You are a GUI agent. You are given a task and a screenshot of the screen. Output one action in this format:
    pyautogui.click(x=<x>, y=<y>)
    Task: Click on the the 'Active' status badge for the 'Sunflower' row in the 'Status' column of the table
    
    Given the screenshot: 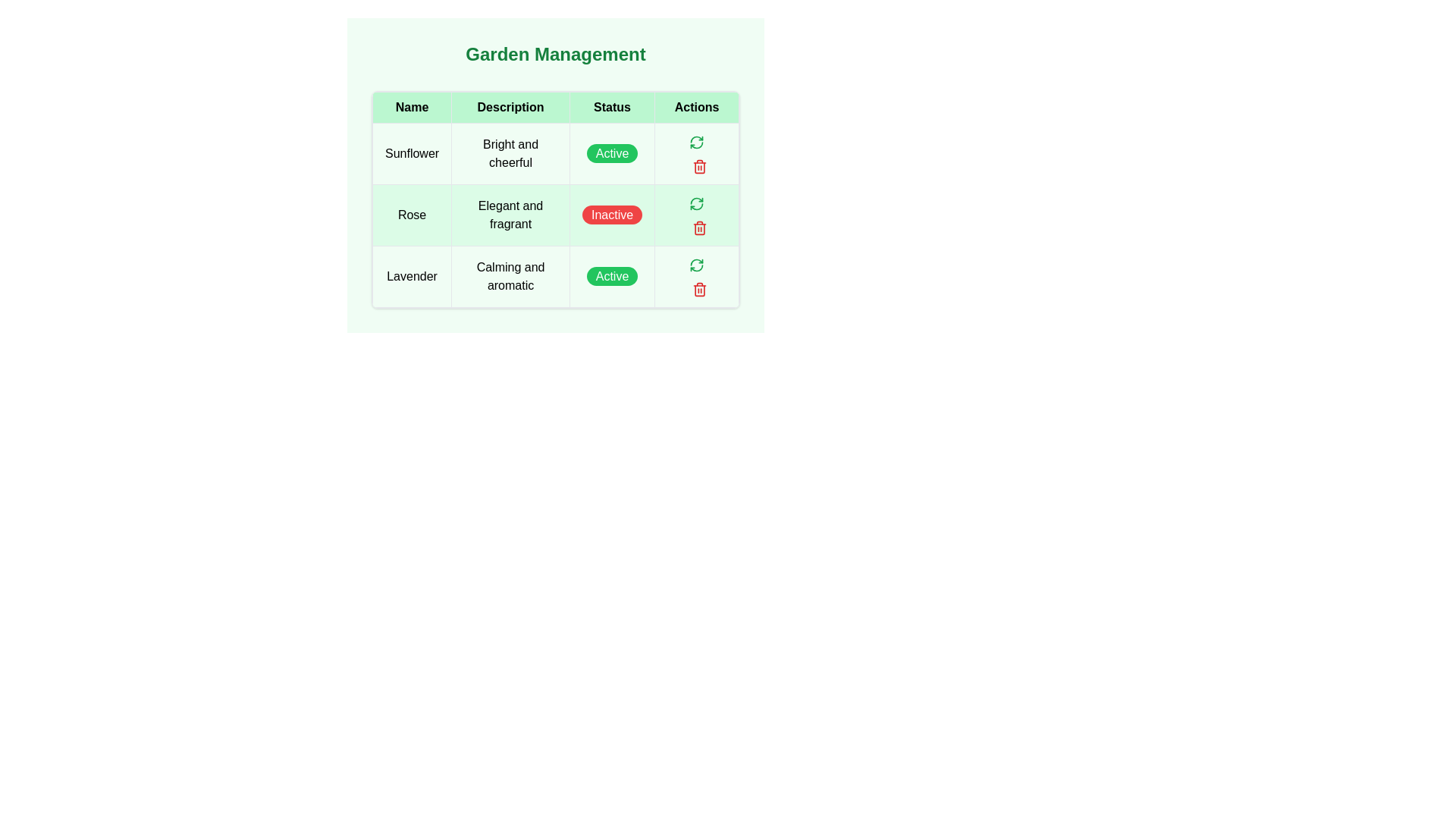 What is the action you would take?
    pyautogui.click(x=612, y=153)
    